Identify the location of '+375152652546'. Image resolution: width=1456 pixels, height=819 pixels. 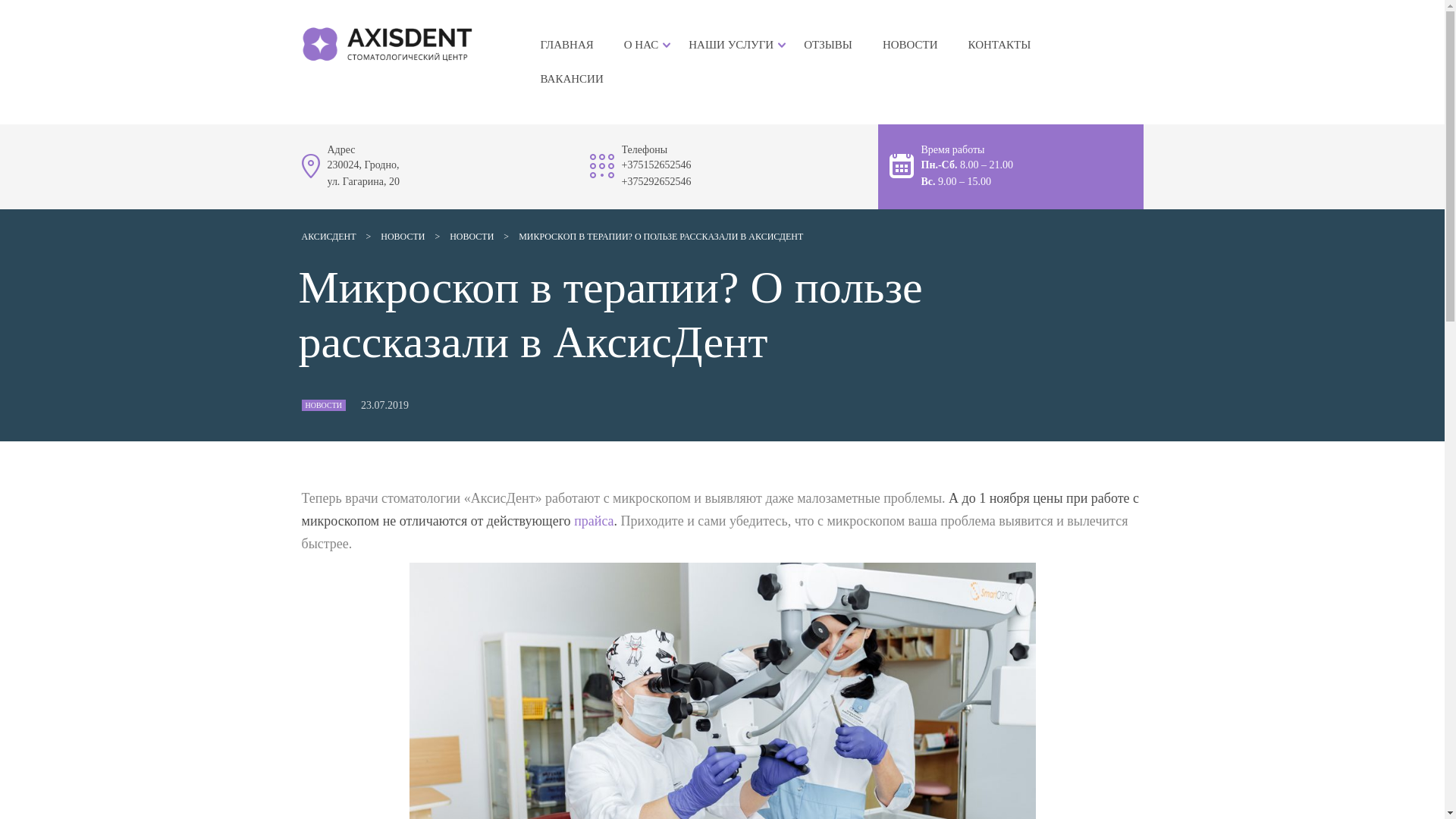
(622, 165).